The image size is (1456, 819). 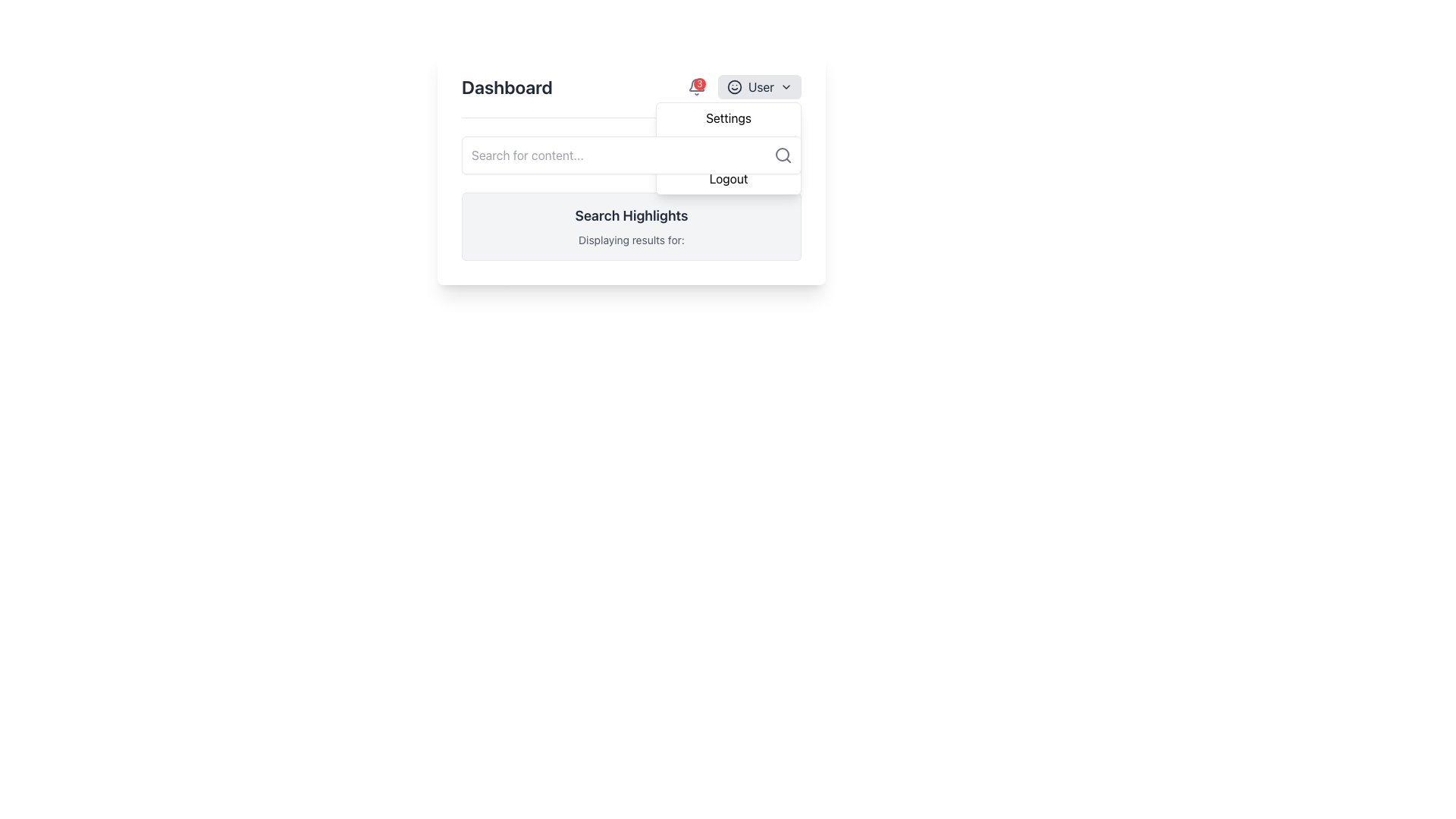 What do you see at coordinates (761, 87) in the screenshot?
I see `the Text label that indicates the active or logged-in user, which is positioned to the immediate right of an icon and to the left of a chevron-down icon` at bounding box center [761, 87].